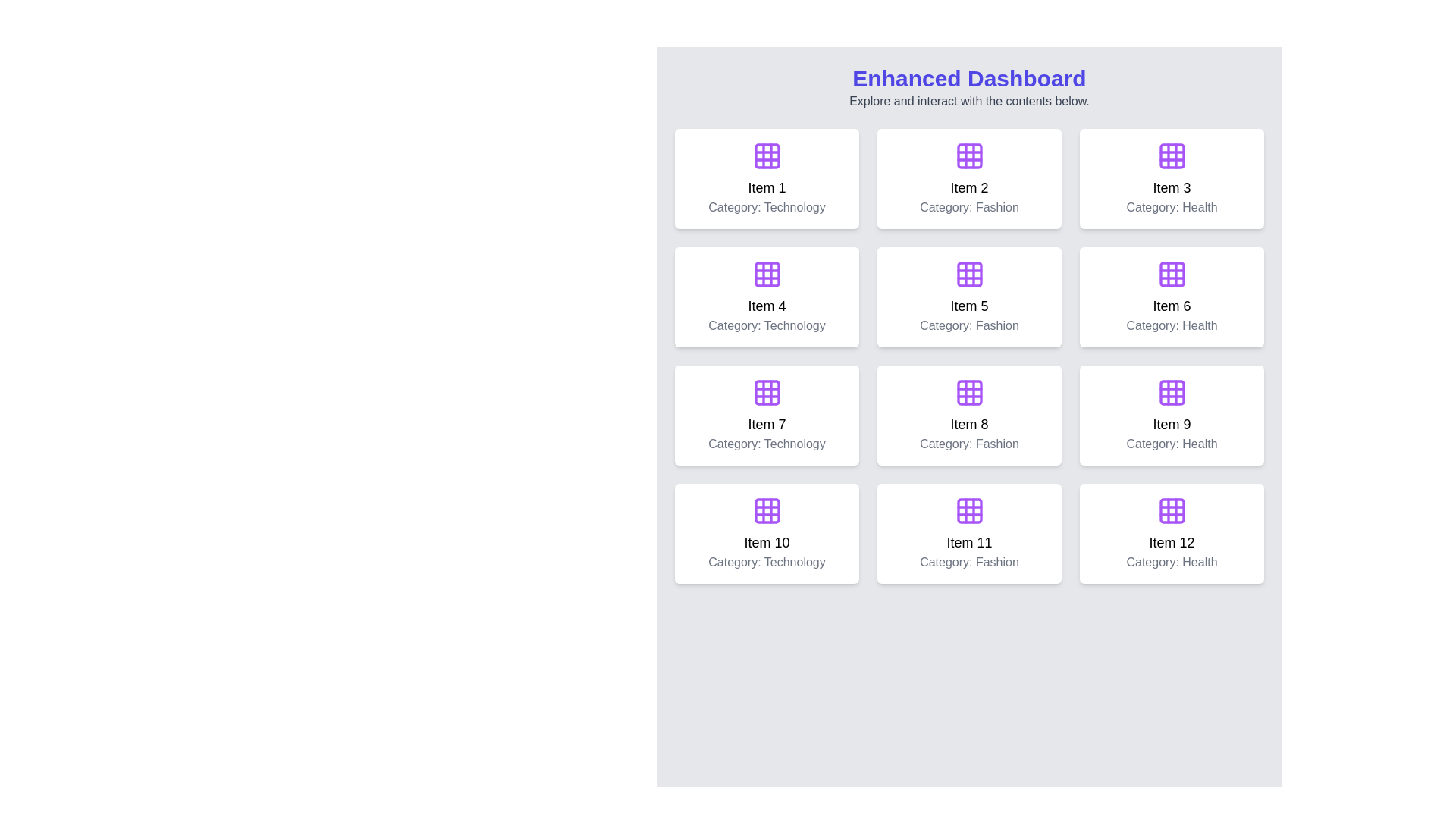 The image size is (1456, 819). I want to click on the text label displaying 'Item 2', which is styled in bold and centered above the category 'Fashion', so click(968, 187).